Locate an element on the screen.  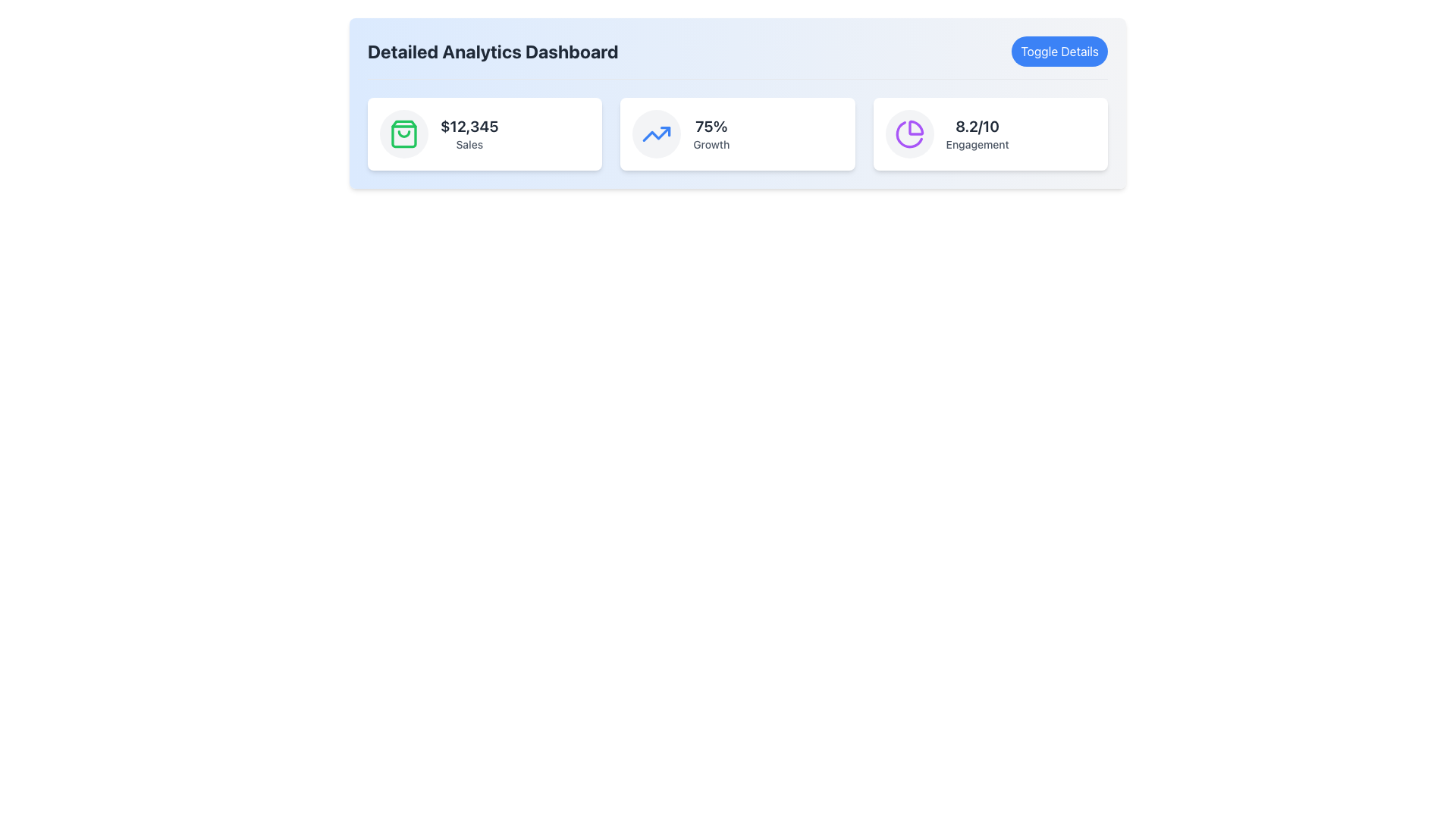
displayed rating value '8.2/10' from the bold dark gray text in the Engagement card of the dashboard, positioned above the label 'Engagement' is located at coordinates (977, 125).